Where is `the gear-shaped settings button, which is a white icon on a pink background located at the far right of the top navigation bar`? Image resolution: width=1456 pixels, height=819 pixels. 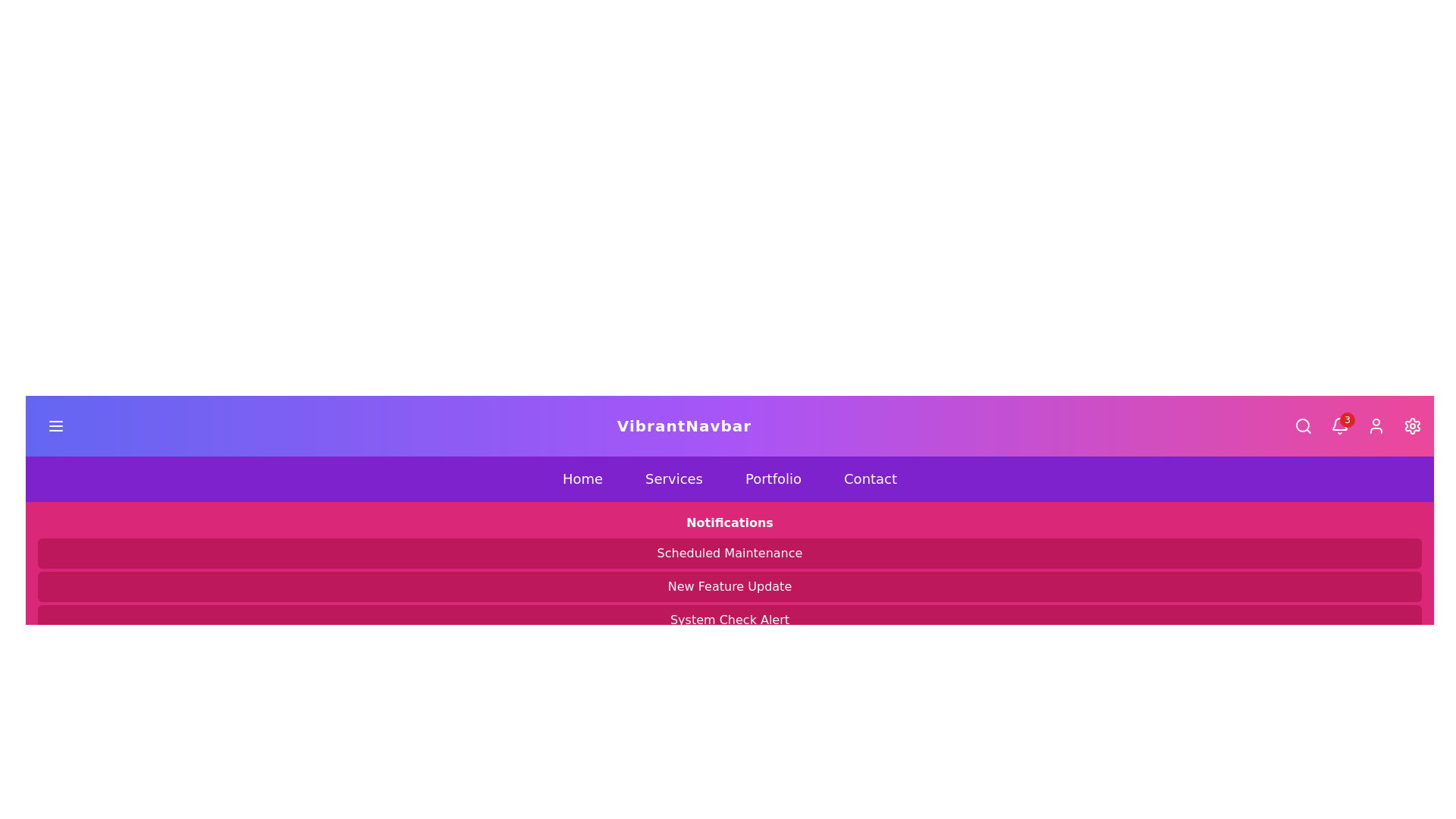 the gear-shaped settings button, which is a white icon on a pink background located at the far right of the top navigation bar is located at coordinates (1411, 426).